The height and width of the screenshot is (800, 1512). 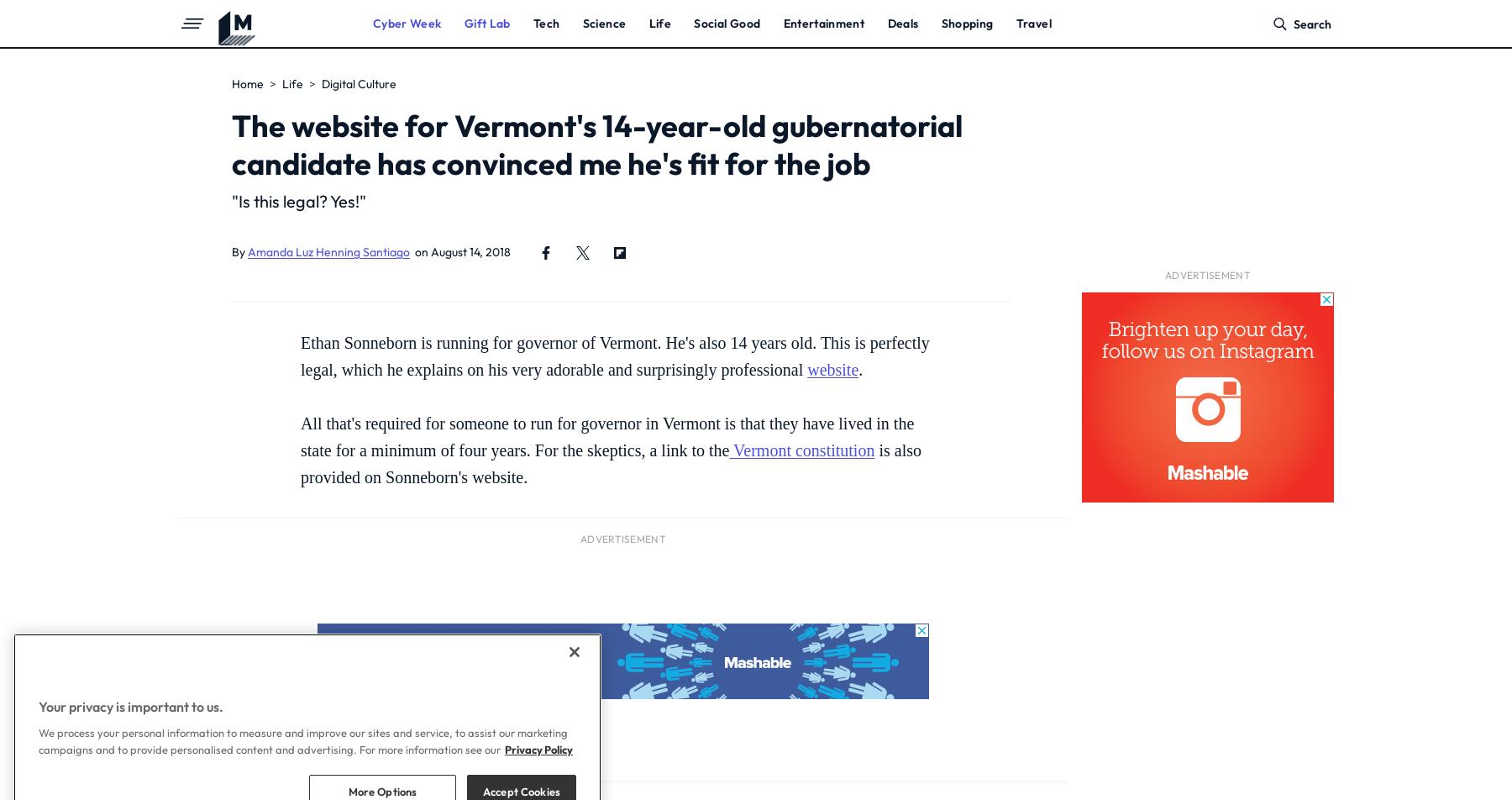 What do you see at coordinates (822, 23) in the screenshot?
I see `'Entertainment'` at bounding box center [822, 23].